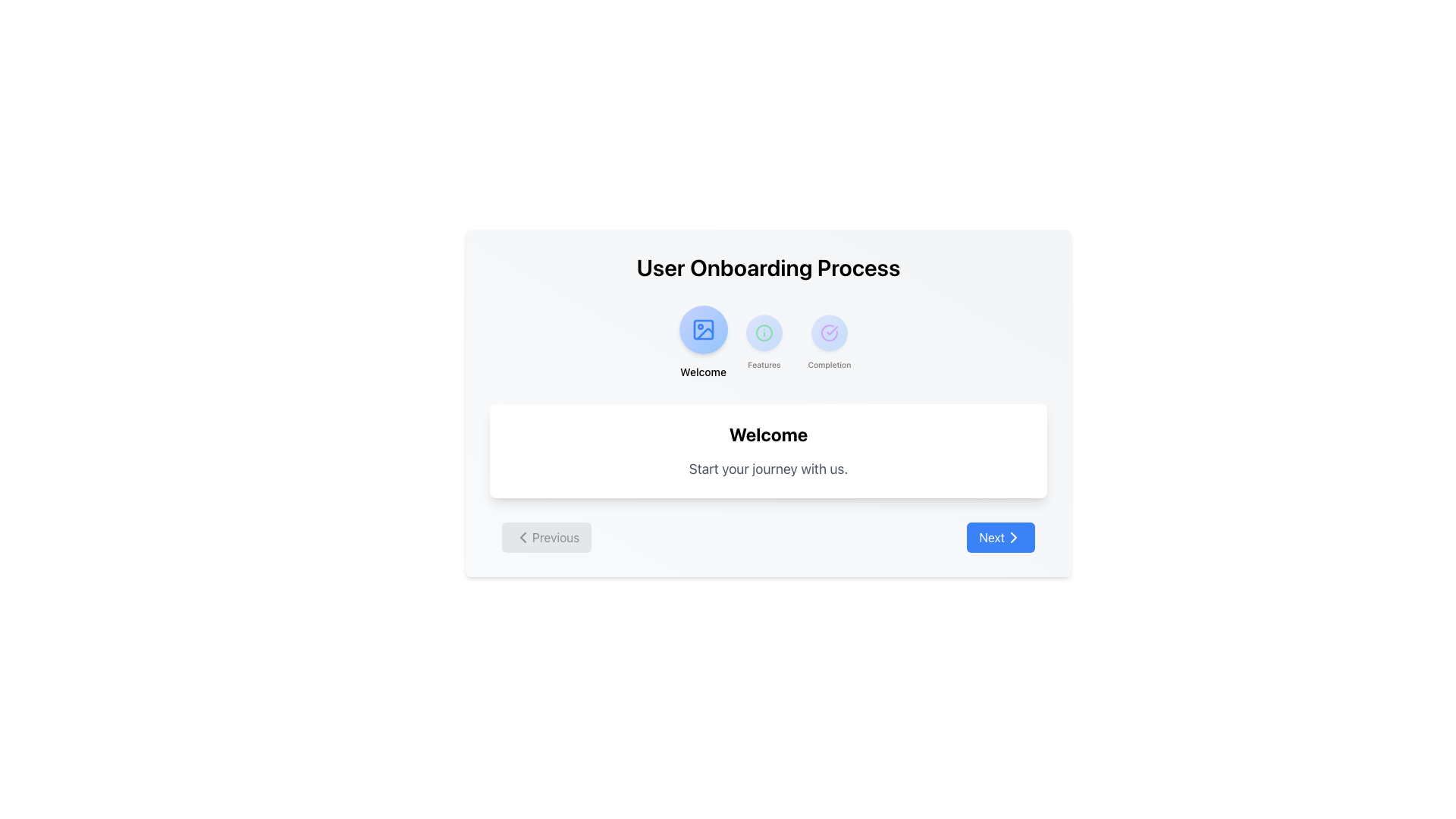  What do you see at coordinates (1014, 537) in the screenshot?
I see `the right-pointing arrow icon within the 'Next' button` at bounding box center [1014, 537].